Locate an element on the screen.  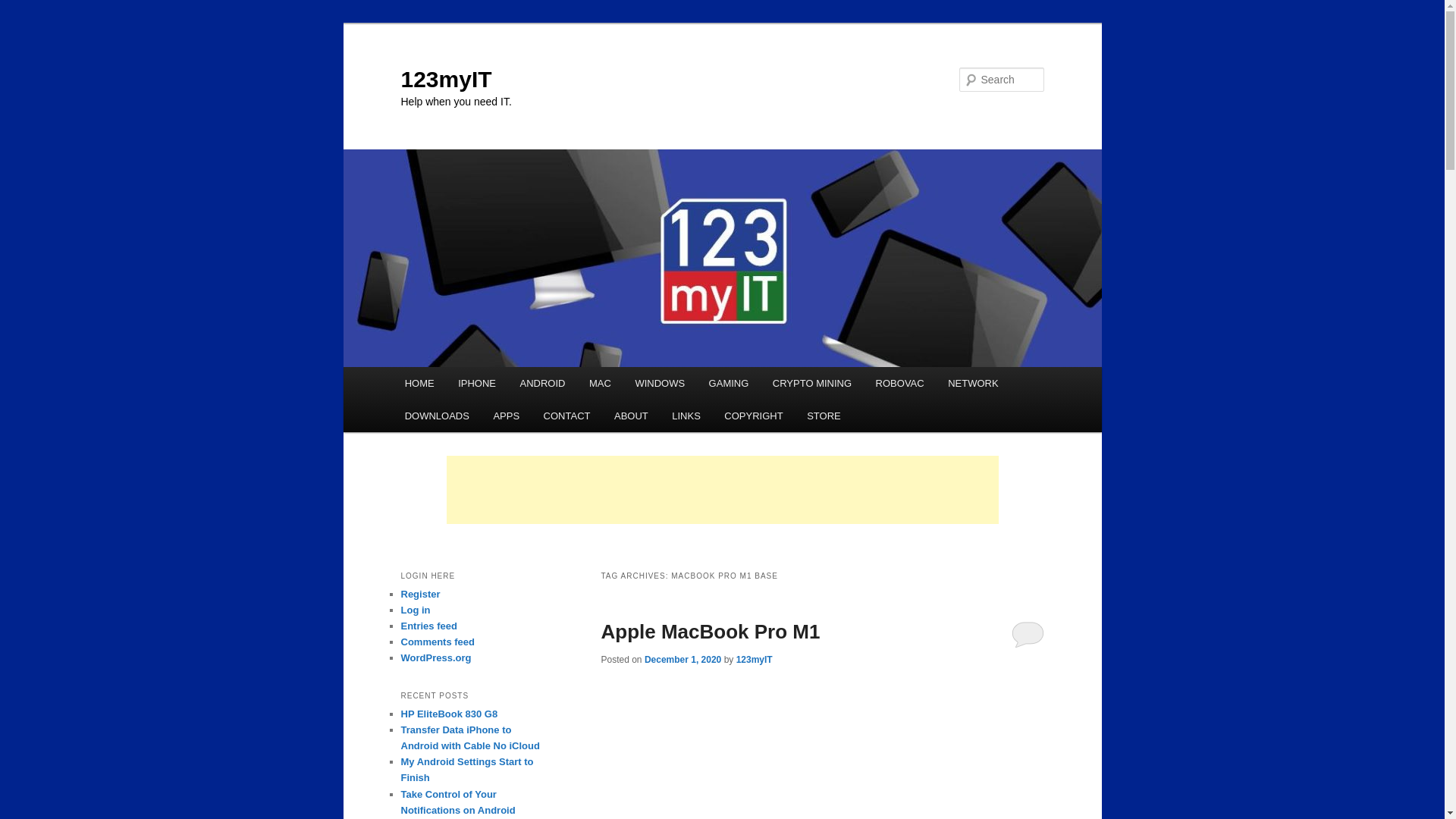
'123myIT' is located at coordinates (445, 79).